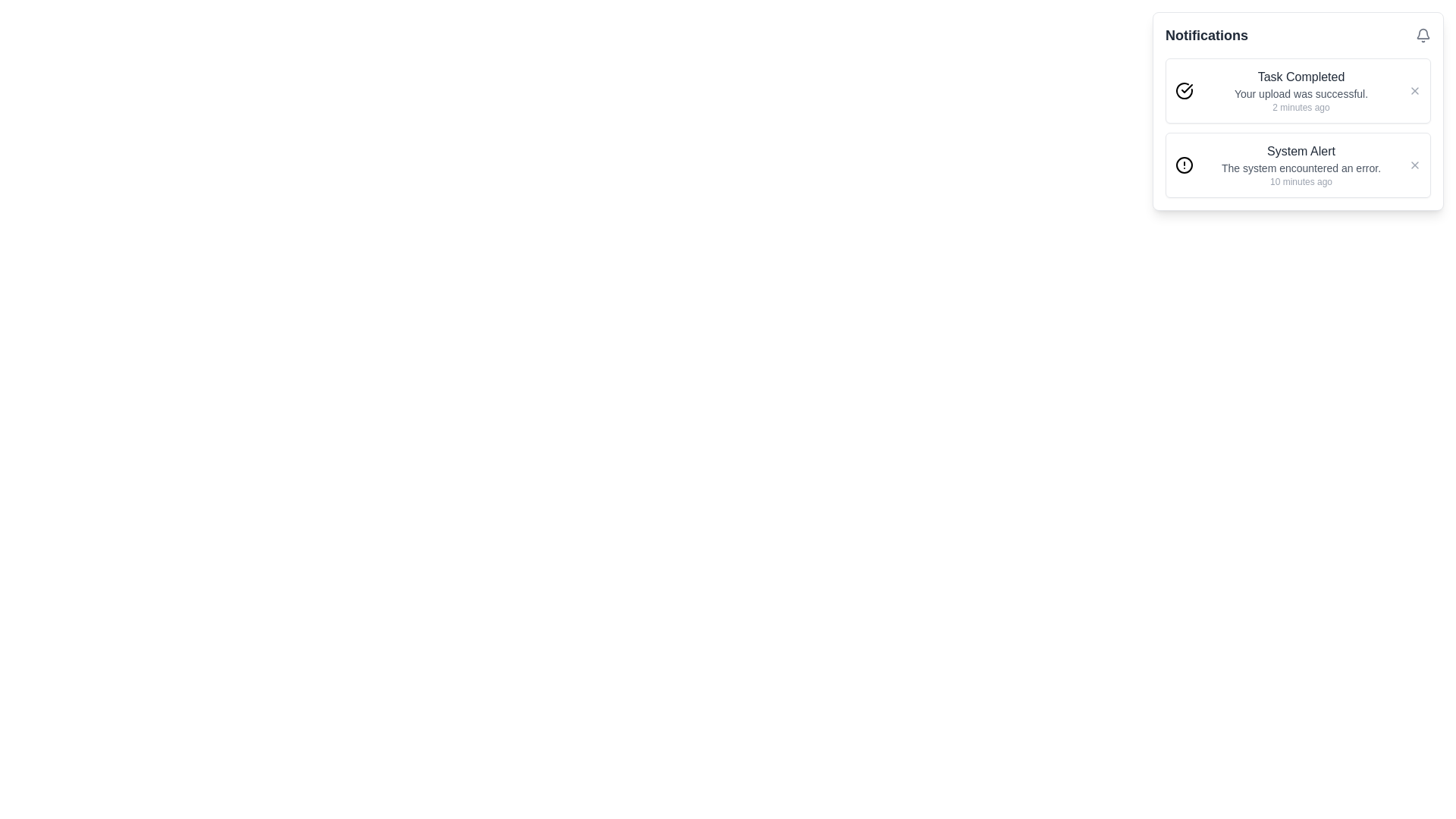 This screenshot has width=1456, height=819. What do you see at coordinates (1301, 77) in the screenshot?
I see `the Text Label that serves as the title or summary of the notification located at the top of its notification group in the right-hand notification panel` at bounding box center [1301, 77].